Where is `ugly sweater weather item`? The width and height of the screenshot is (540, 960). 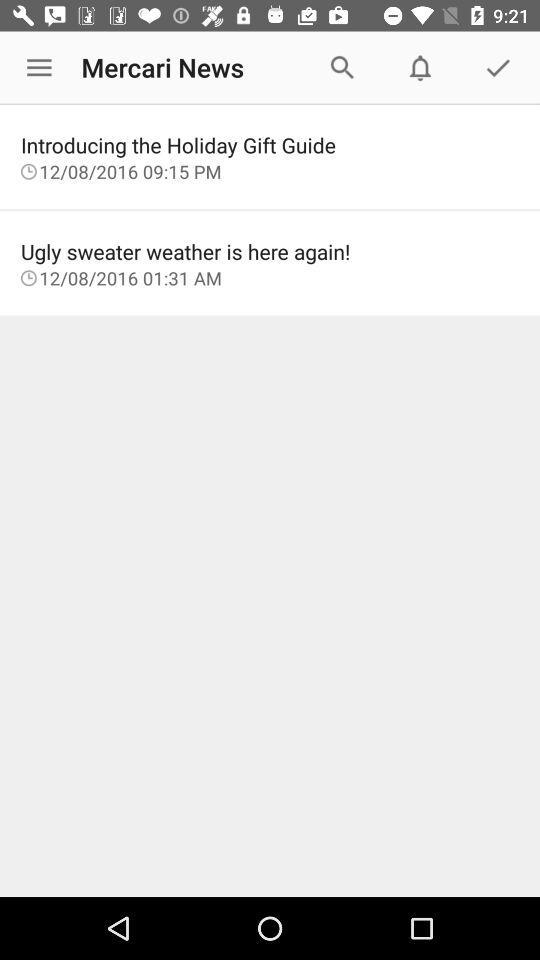 ugly sweater weather item is located at coordinates (270, 250).